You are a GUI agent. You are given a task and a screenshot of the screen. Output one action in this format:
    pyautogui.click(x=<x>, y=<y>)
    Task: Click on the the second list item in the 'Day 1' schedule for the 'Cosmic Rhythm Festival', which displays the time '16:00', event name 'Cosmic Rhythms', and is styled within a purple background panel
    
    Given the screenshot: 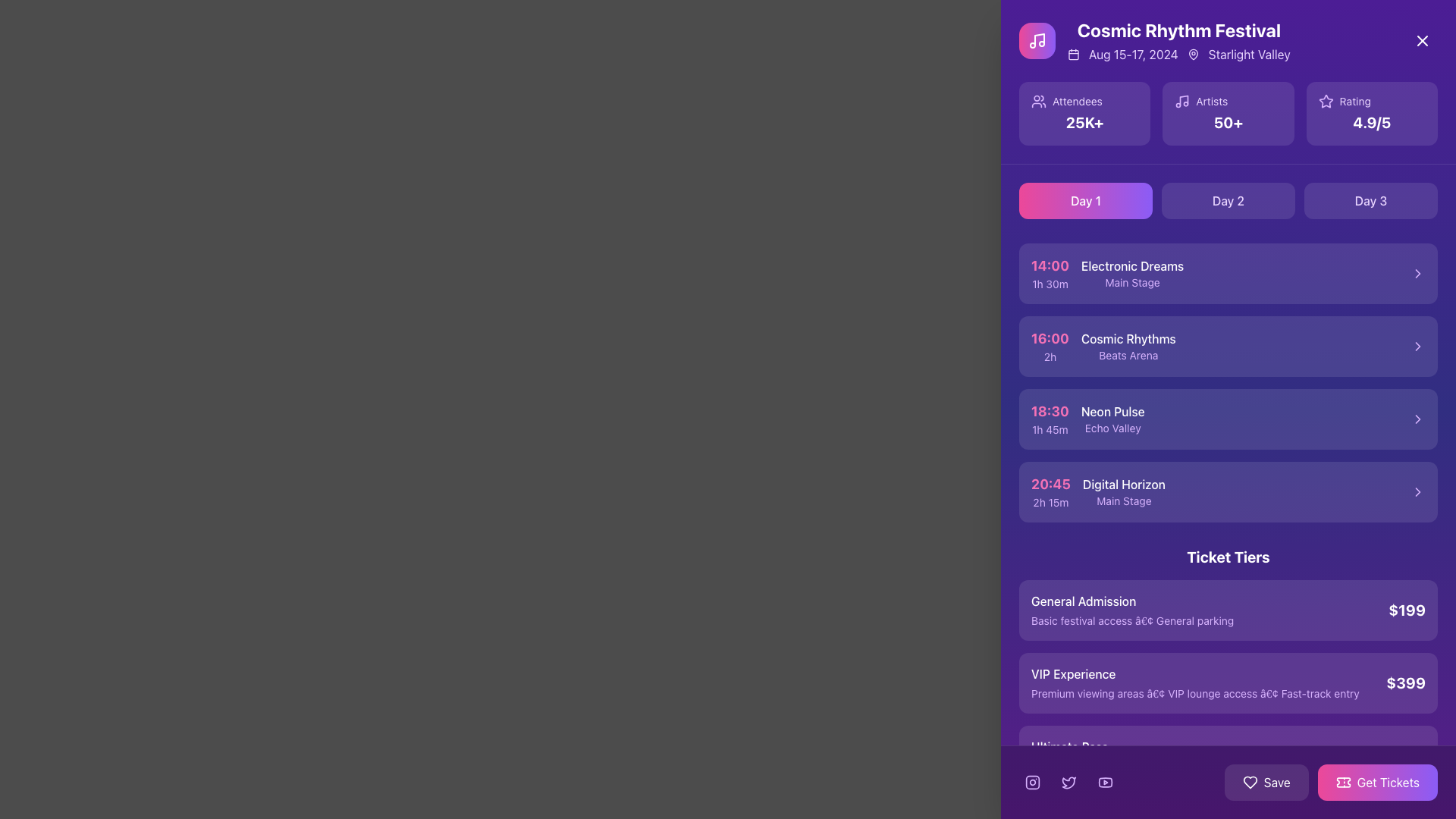 What is the action you would take?
    pyautogui.click(x=1103, y=346)
    